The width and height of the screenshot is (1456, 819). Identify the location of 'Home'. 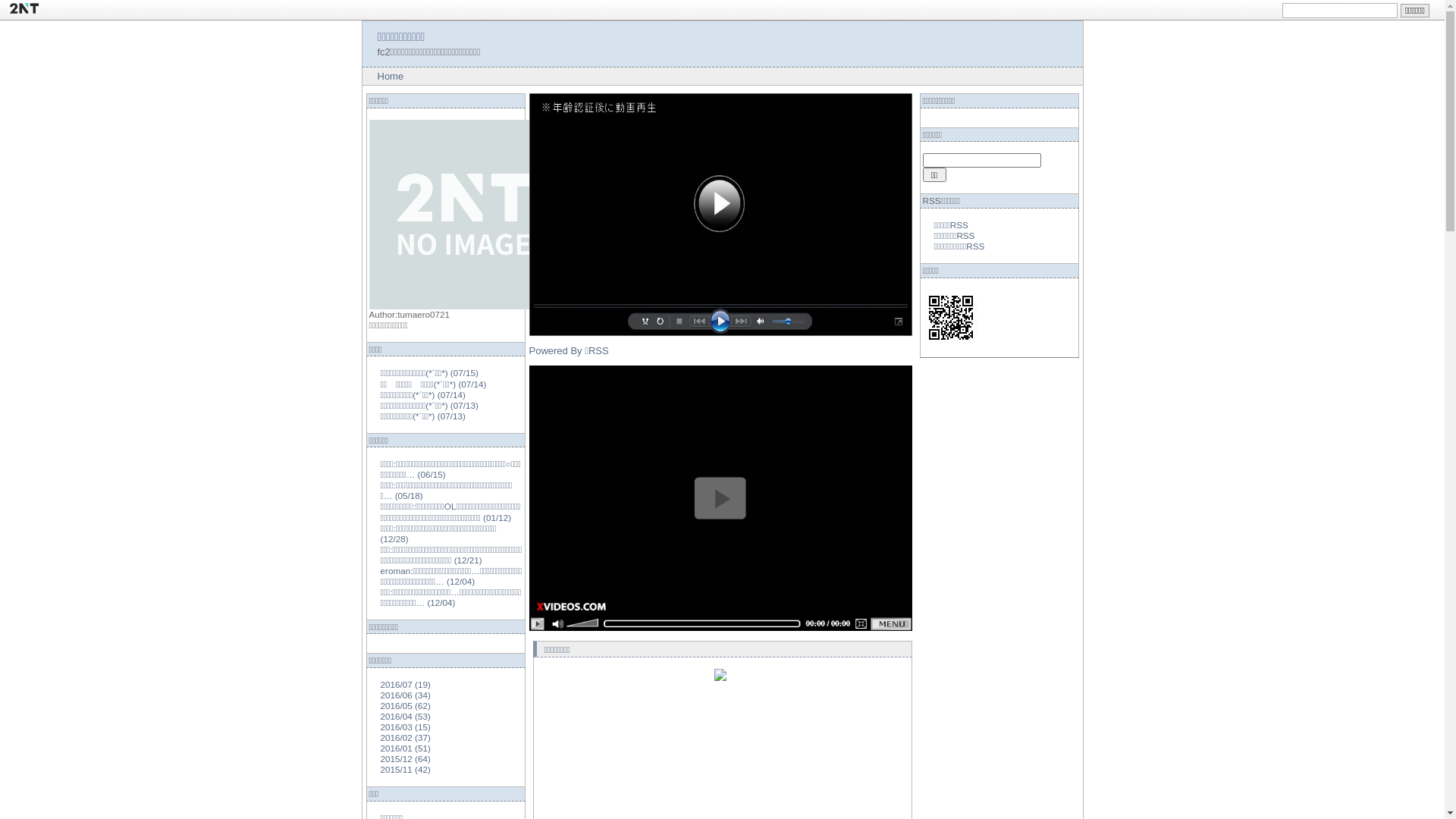
(391, 76).